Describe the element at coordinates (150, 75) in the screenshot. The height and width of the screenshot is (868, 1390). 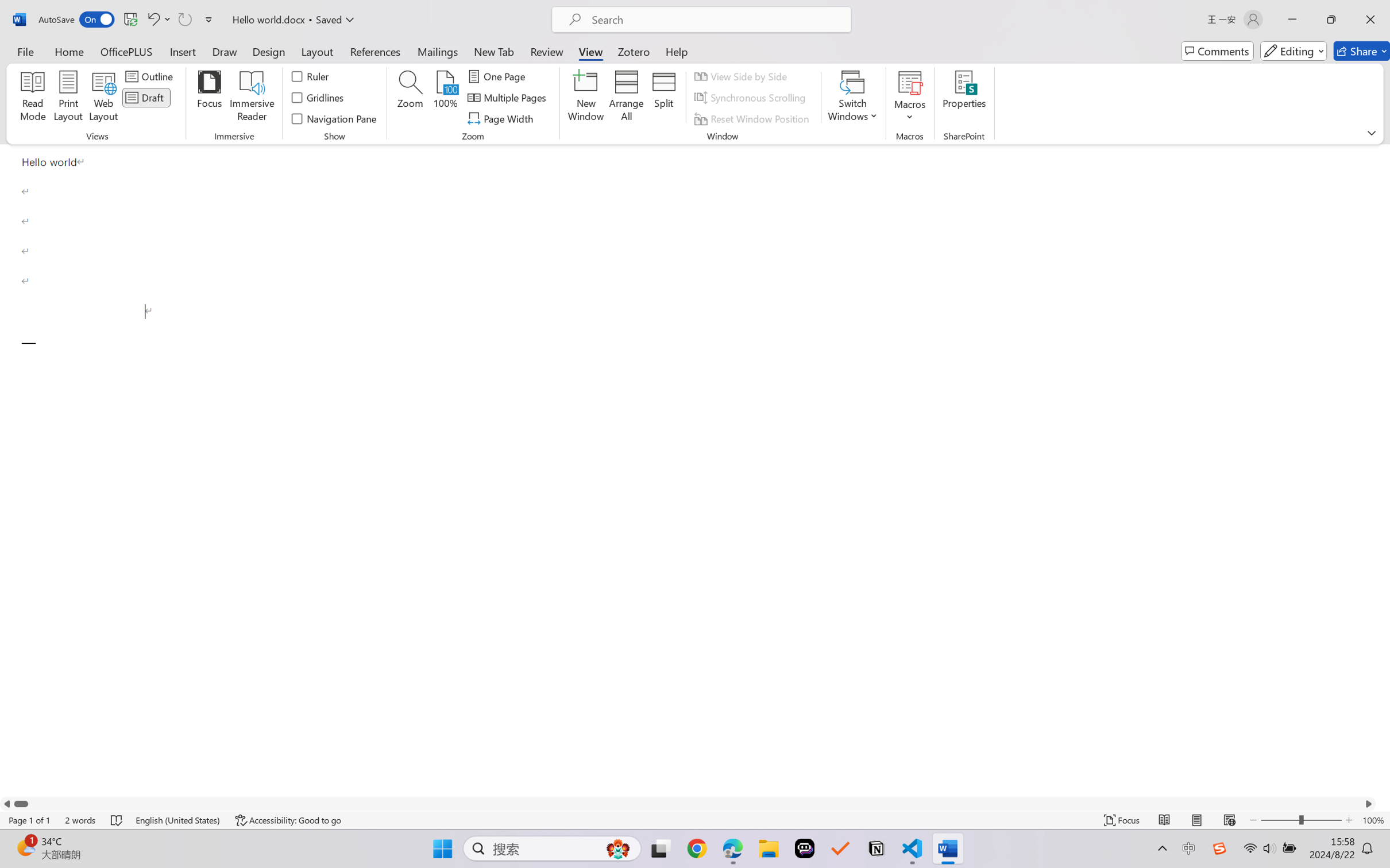
I see `'Outline'` at that location.